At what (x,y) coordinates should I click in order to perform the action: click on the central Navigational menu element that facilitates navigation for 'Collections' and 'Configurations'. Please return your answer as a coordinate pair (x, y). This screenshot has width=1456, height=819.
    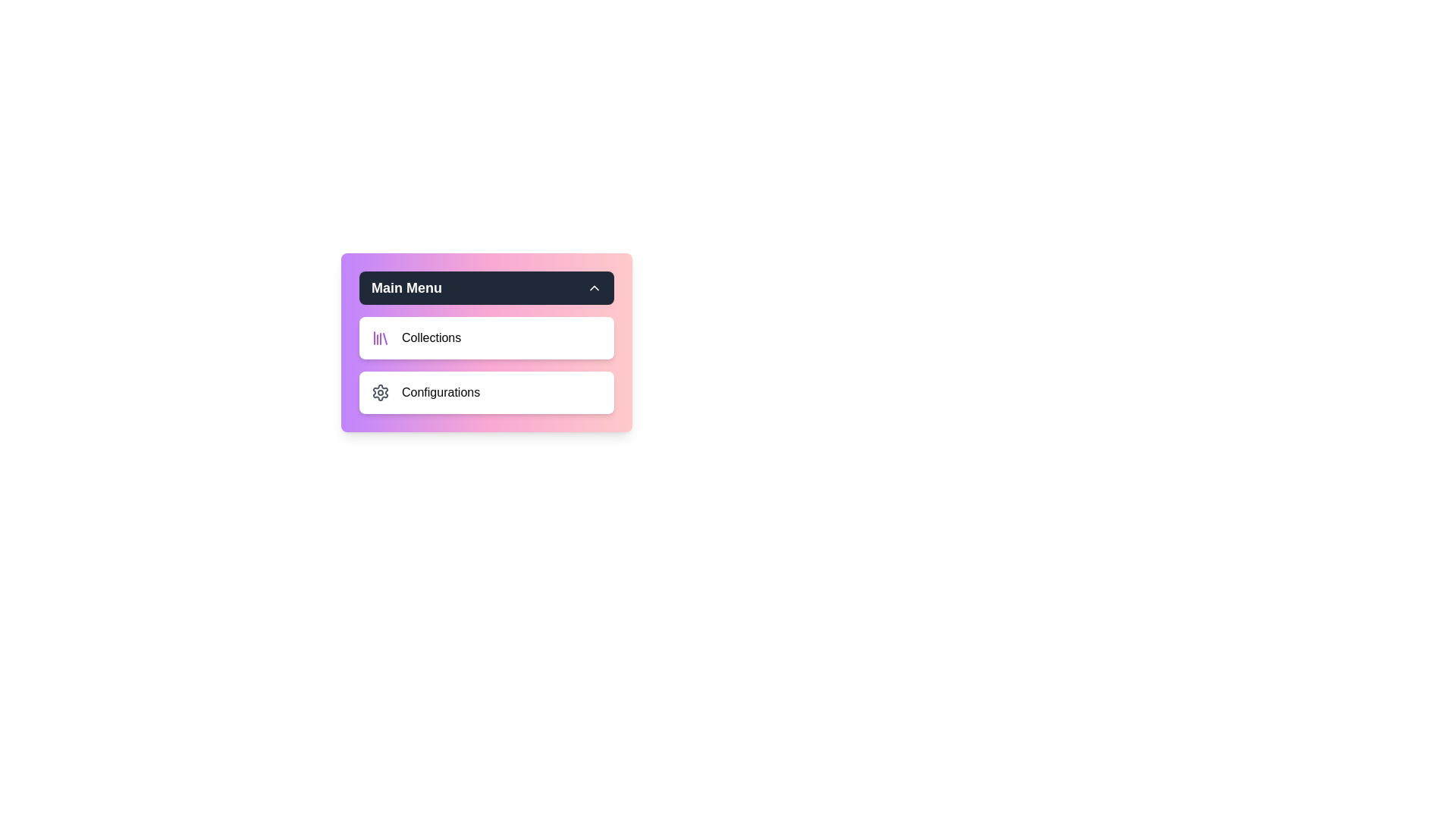
    Looking at the image, I should click on (487, 342).